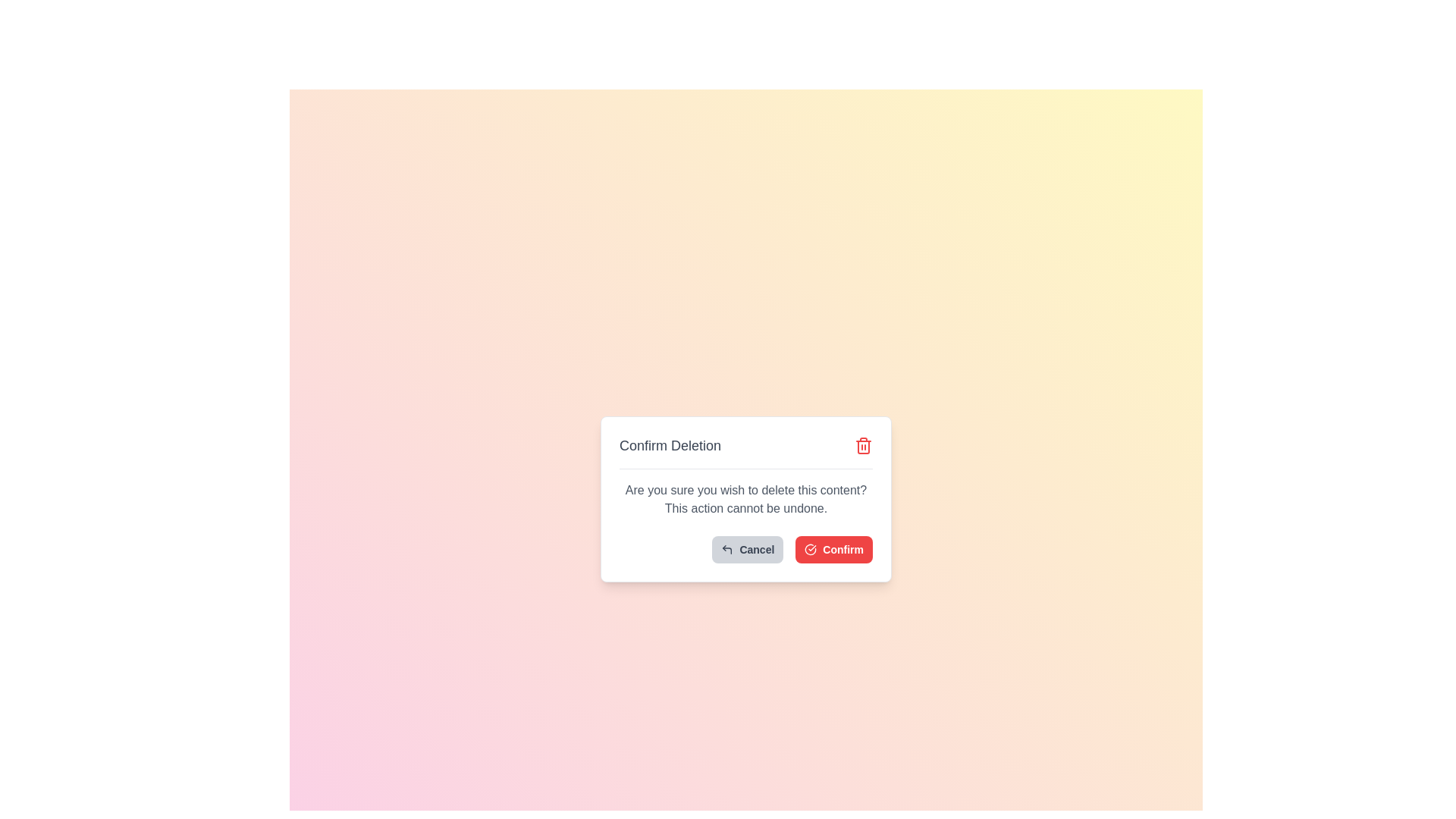 The height and width of the screenshot is (819, 1456). I want to click on the trash can icon in the upper-right corner of the 'Confirm Deletion' dialog, which is marked in bold red color and indicates delete functionality, so click(863, 444).